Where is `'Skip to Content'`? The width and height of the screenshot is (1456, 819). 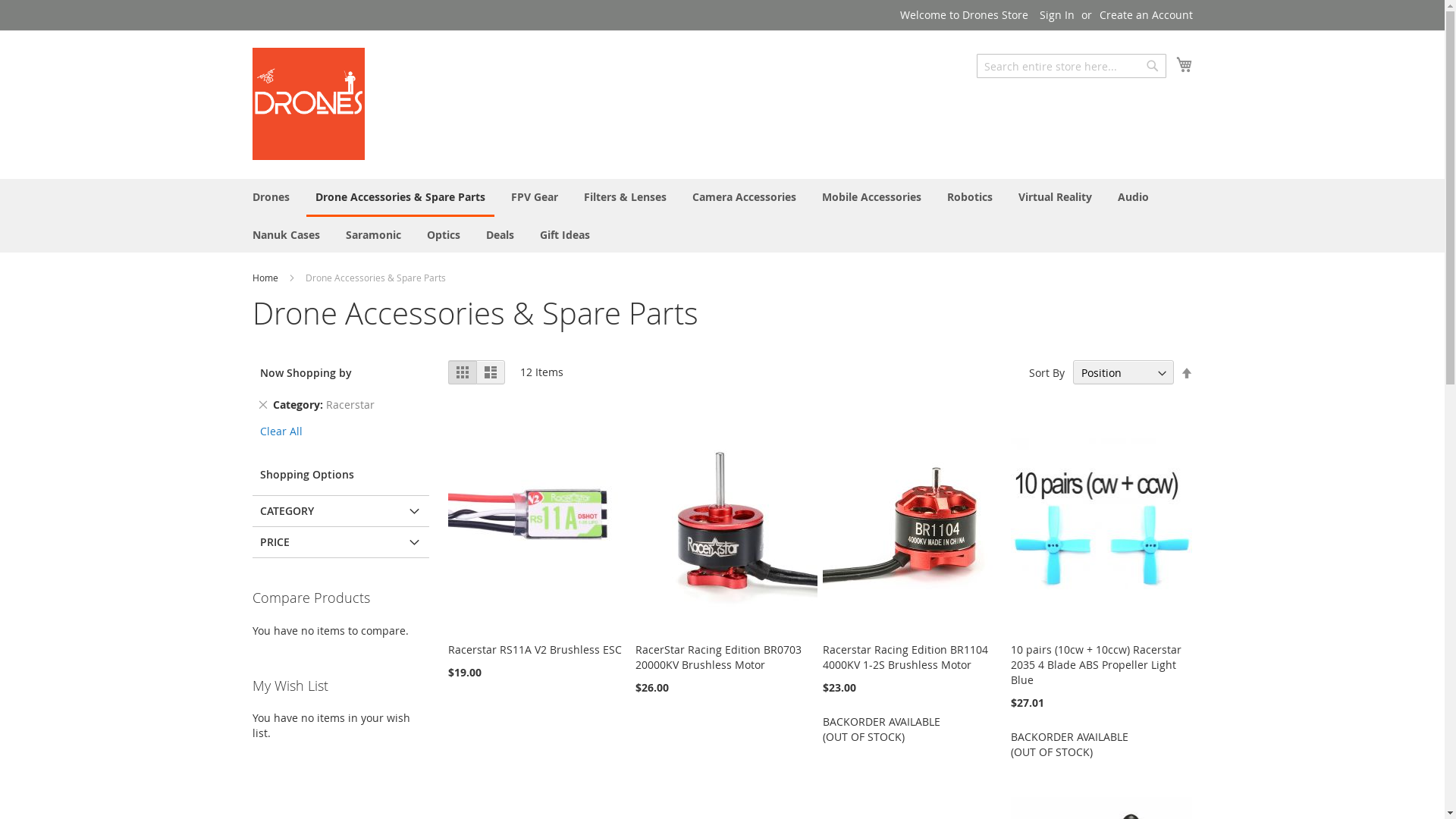
'Skip to Content' is located at coordinates (252, 7).